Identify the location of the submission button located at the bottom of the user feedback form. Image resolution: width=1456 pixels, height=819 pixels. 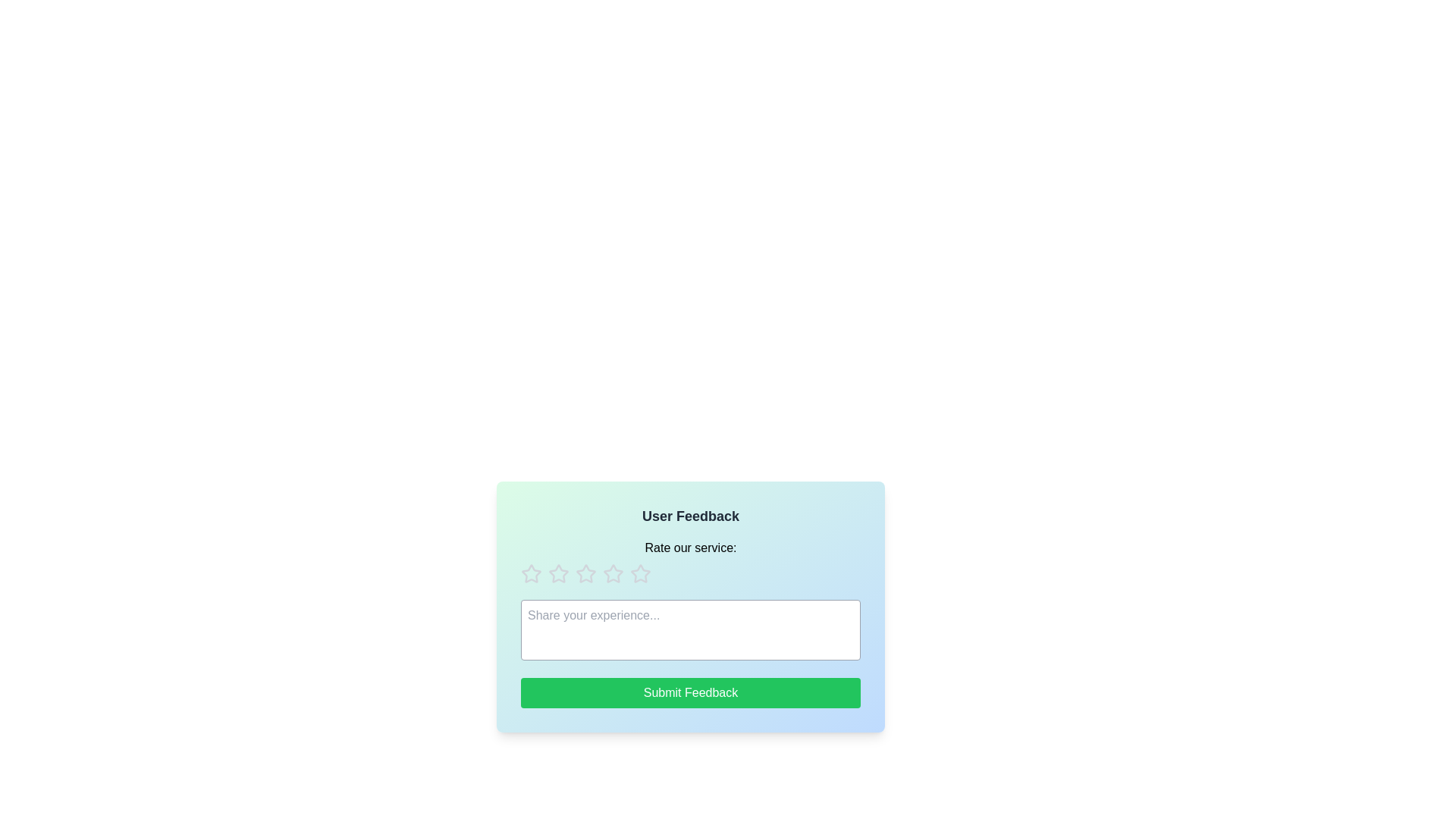
(690, 693).